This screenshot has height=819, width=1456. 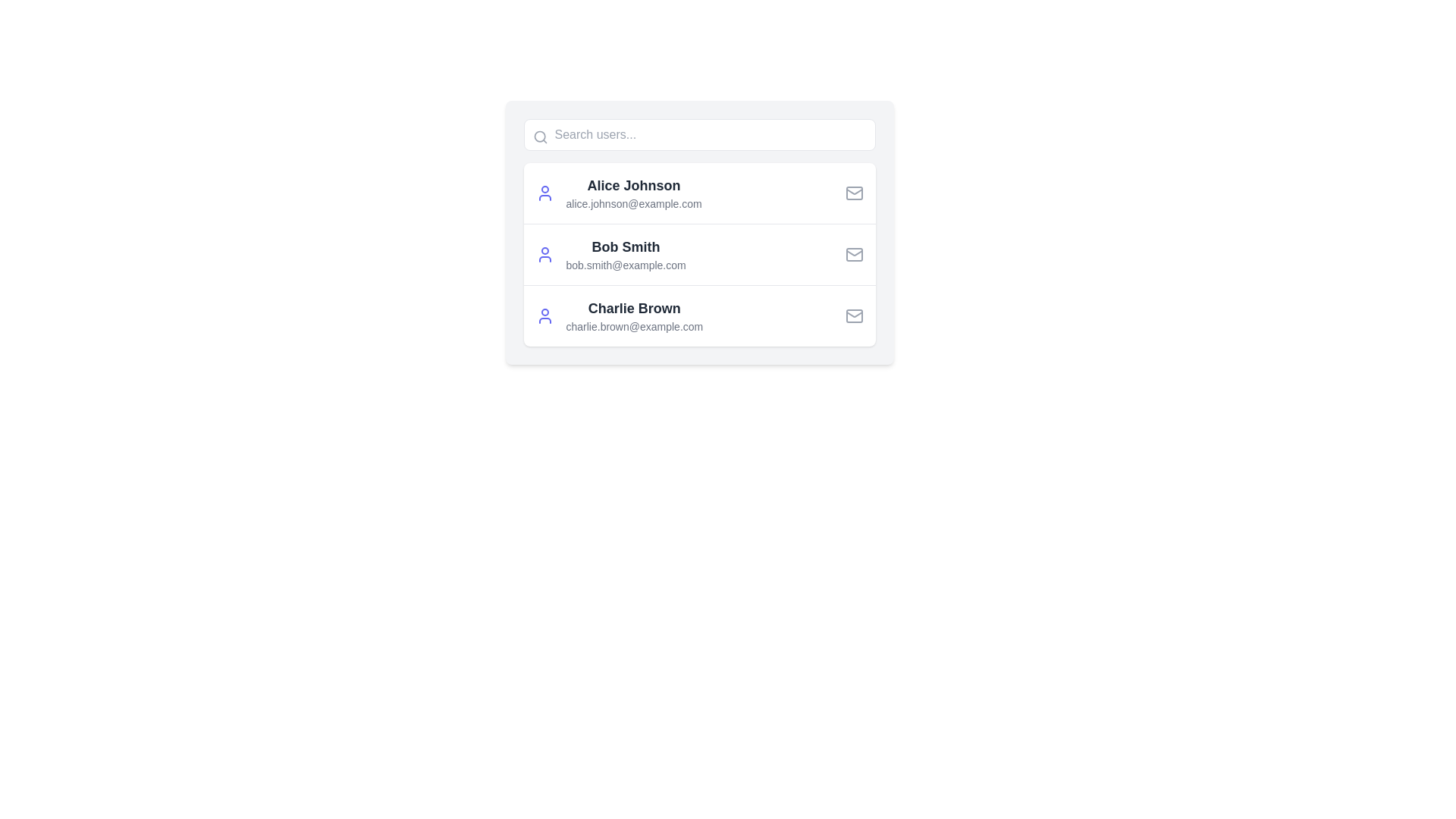 I want to click on the text block displaying the user's name 'Charlie Brown' and email 'charlie.brown@example.com', which is located in the third card of a vertical list, to the right of the profile icon and to the left of the email icon, so click(x=634, y=315).